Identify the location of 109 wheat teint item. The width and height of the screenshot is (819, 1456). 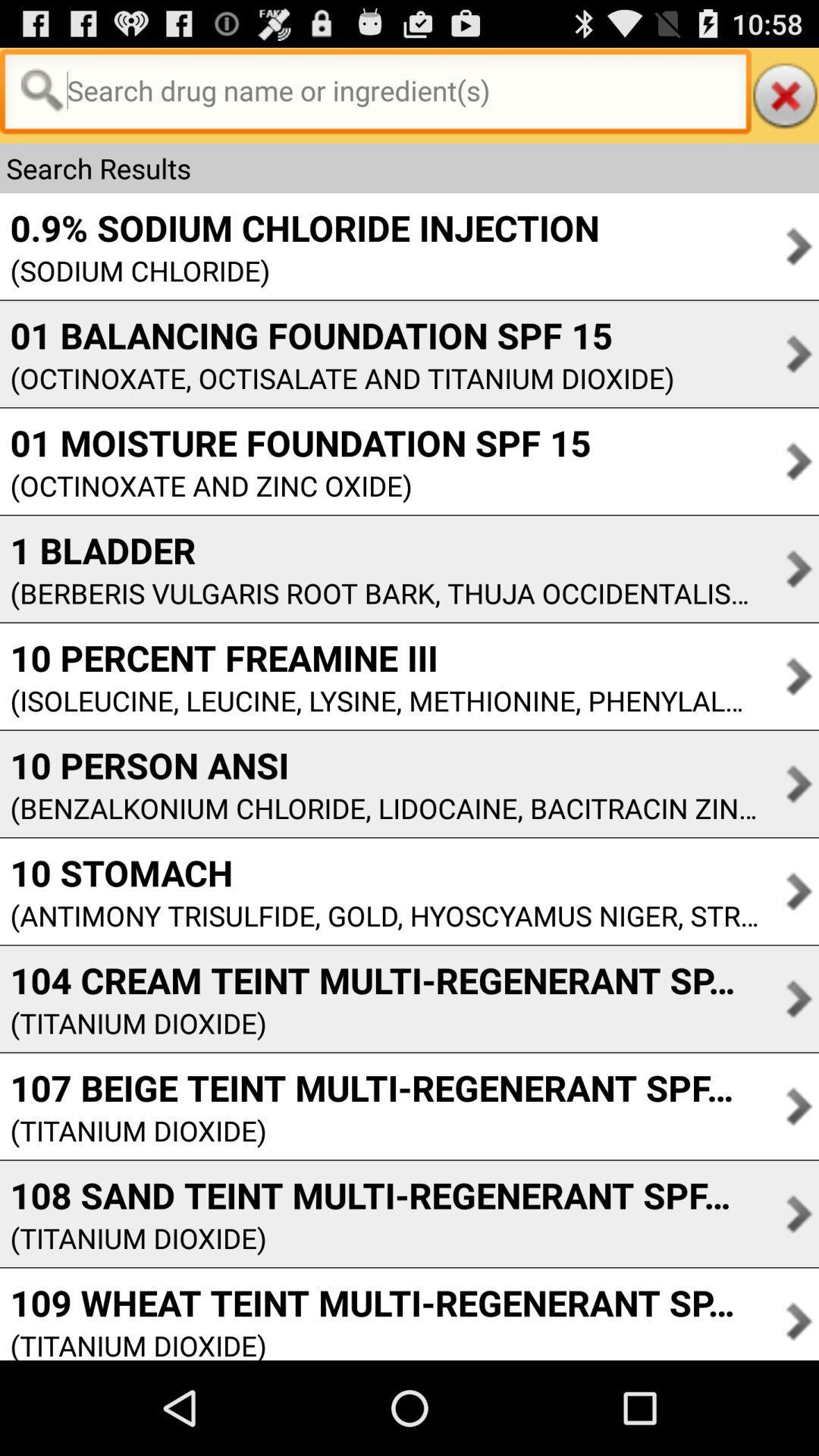
(378, 1301).